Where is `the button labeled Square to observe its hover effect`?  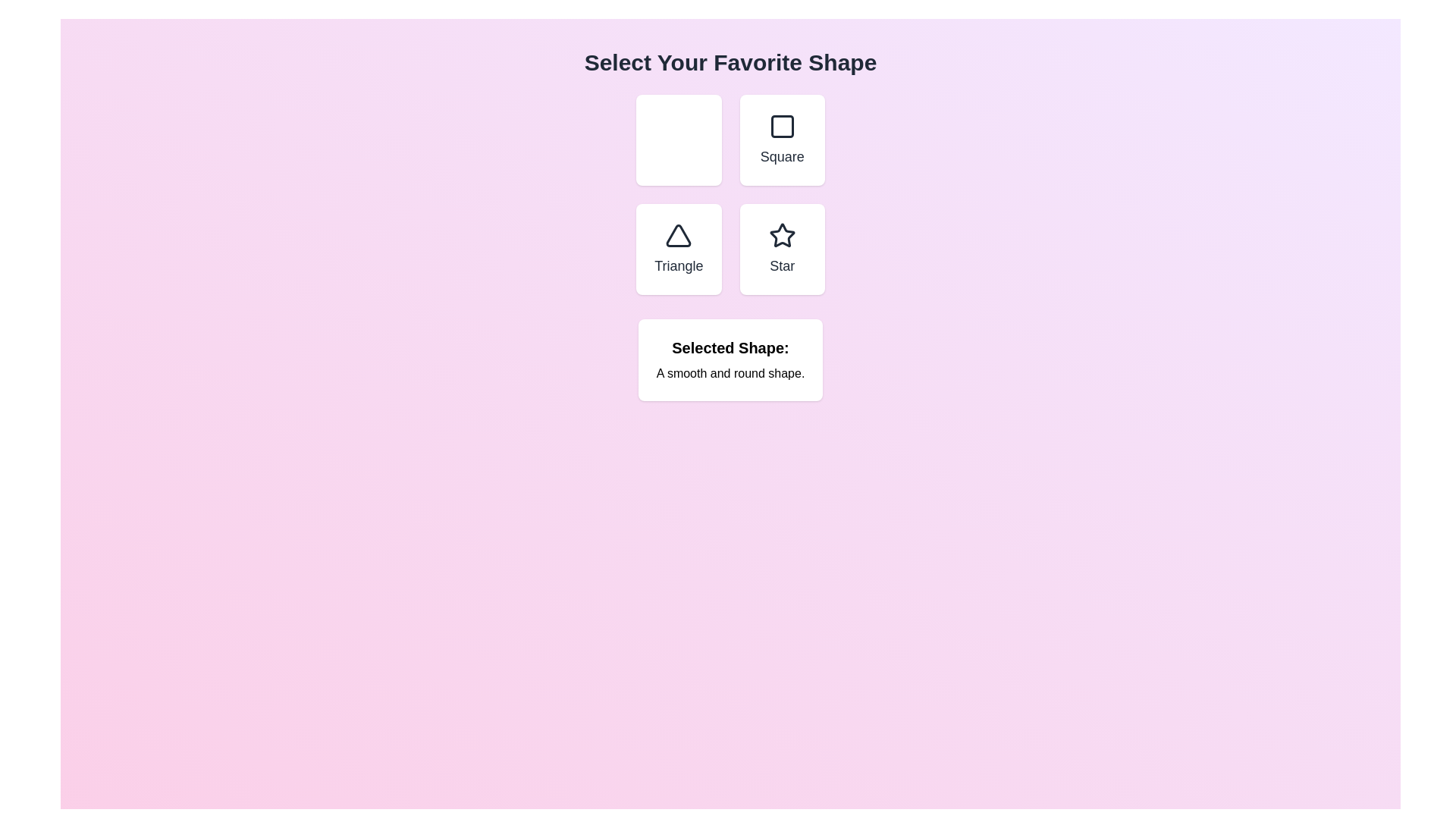 the button labeled Square to observe its hover effect is located at coordinates (782, 140).